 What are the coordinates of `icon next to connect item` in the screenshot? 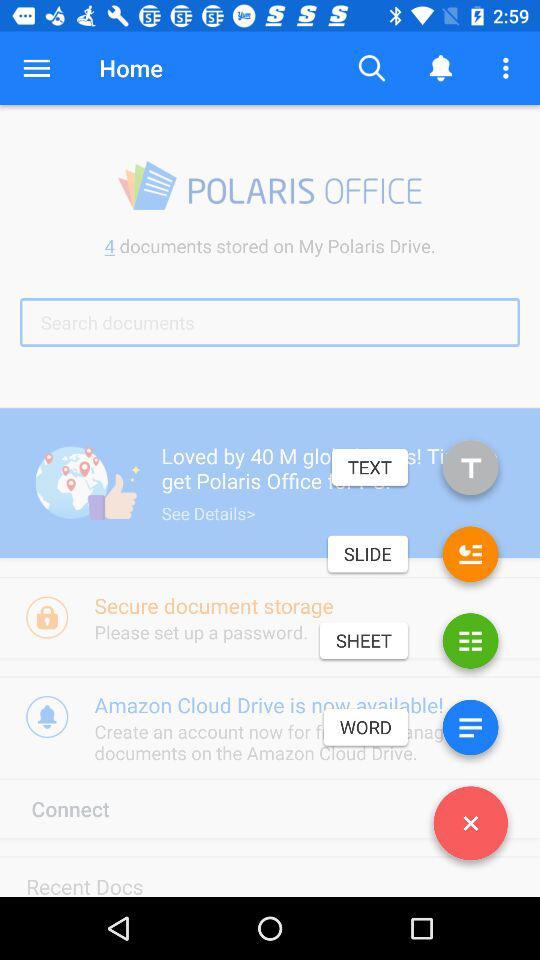 It's located at (470, 827).